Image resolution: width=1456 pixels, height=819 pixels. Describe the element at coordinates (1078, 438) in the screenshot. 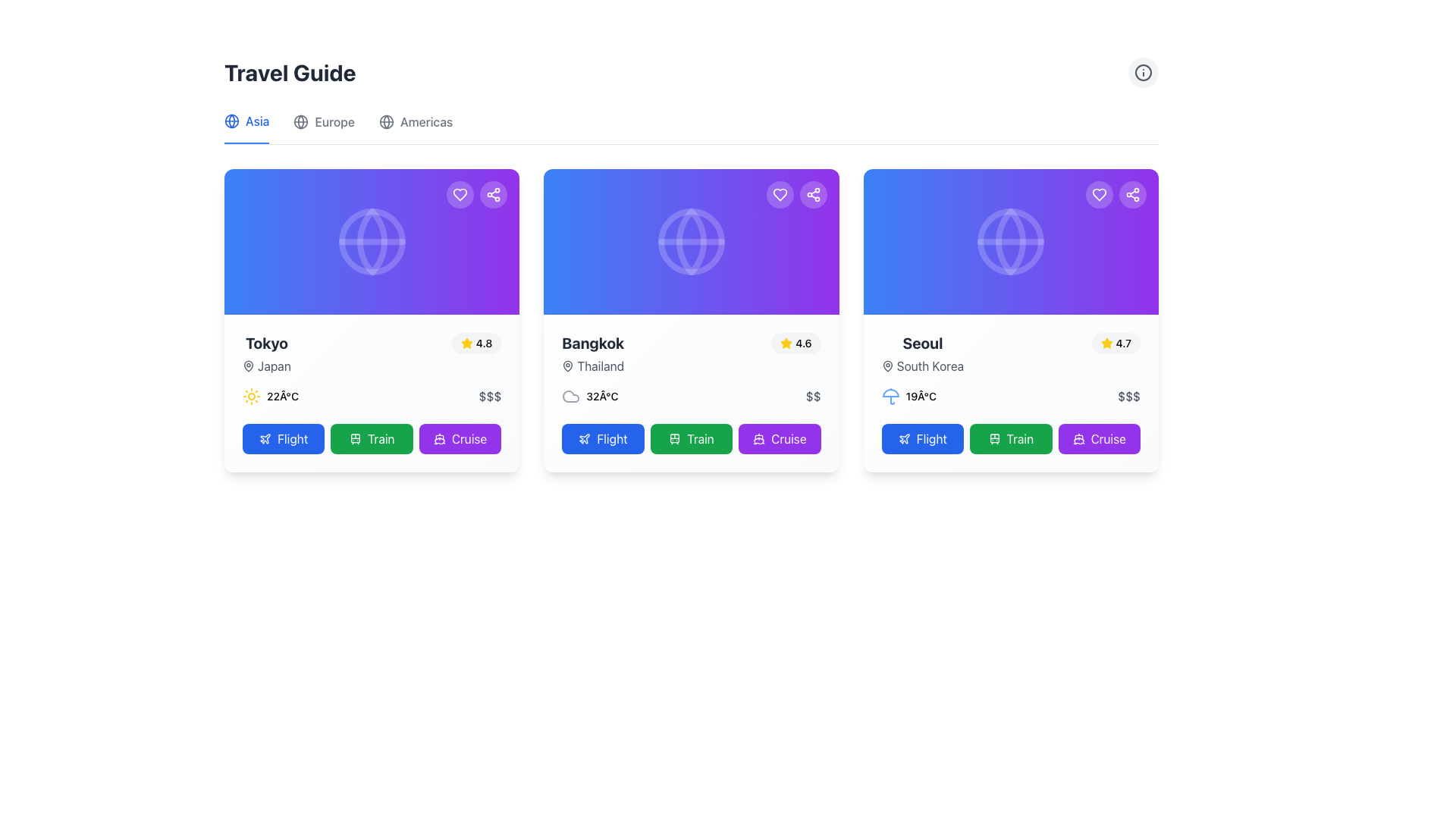

I see `the minimalistic purple ship icon located in the third card ('Seoul') in the 'Cruise' button section, just left of the text 'Cruise'` at that location.